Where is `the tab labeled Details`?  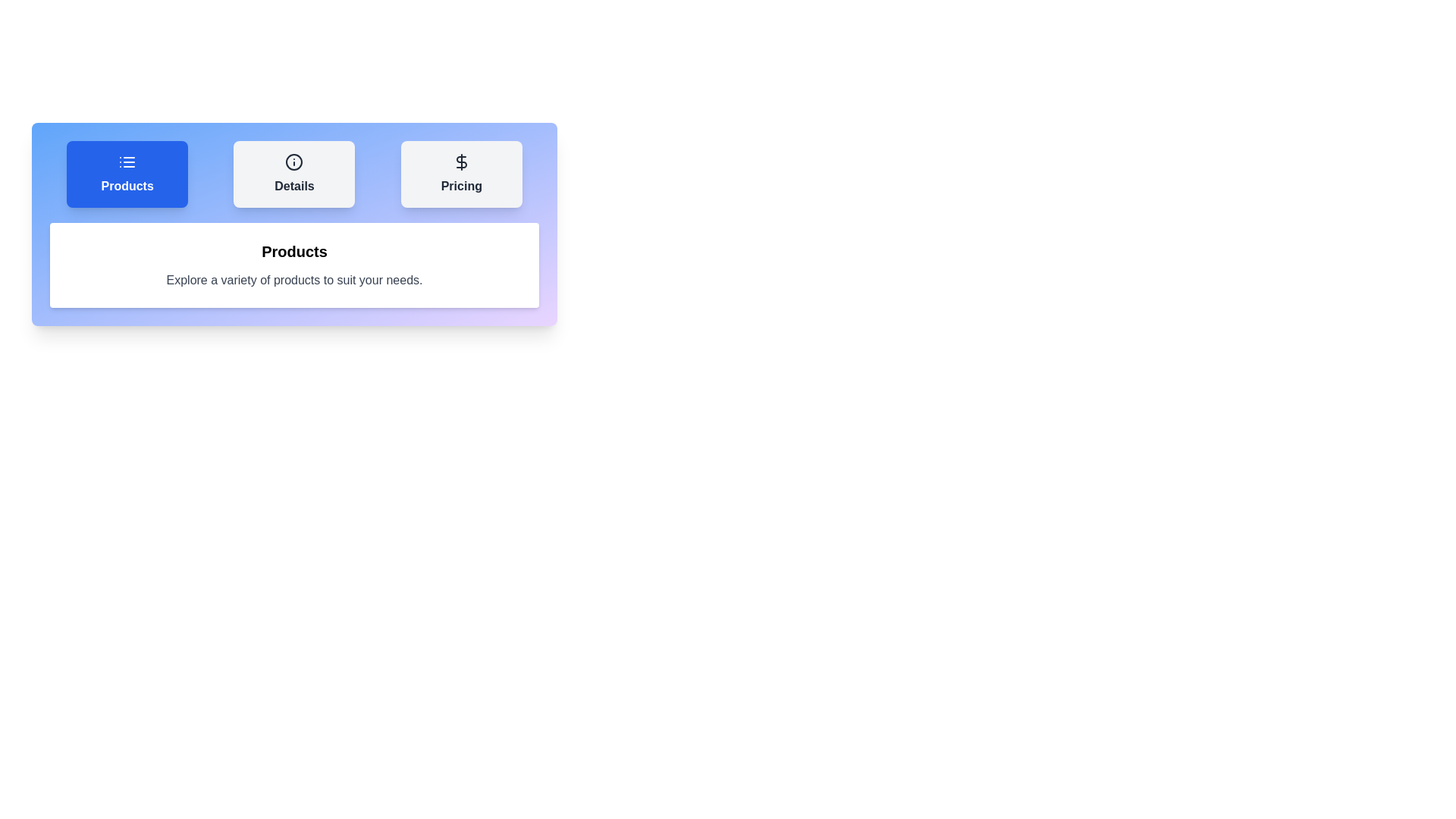
the tab labeled Details is located at coordinates (294, 174).